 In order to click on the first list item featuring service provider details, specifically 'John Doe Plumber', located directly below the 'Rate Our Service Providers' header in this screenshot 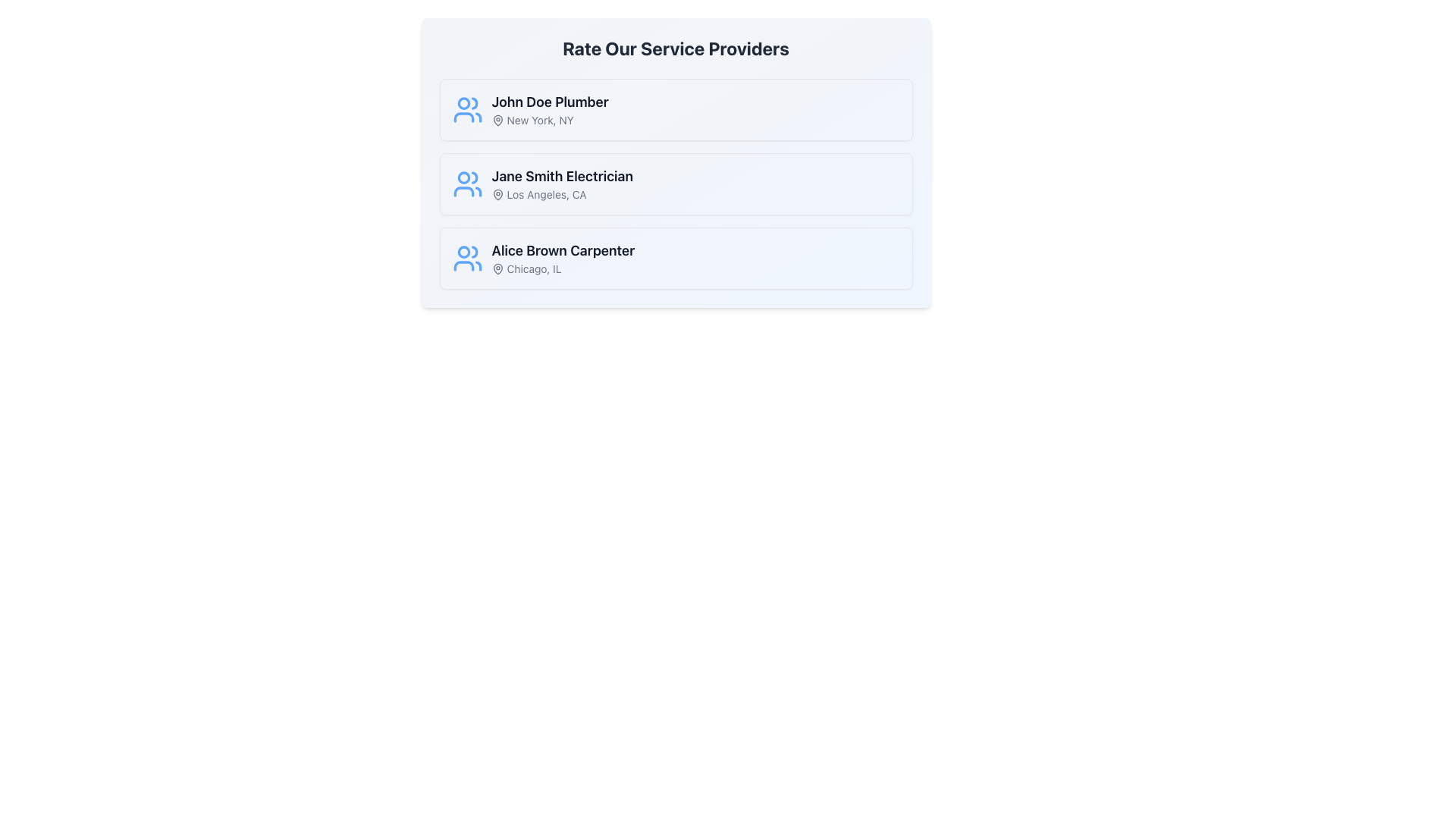, I will do `click(675, 109)`.